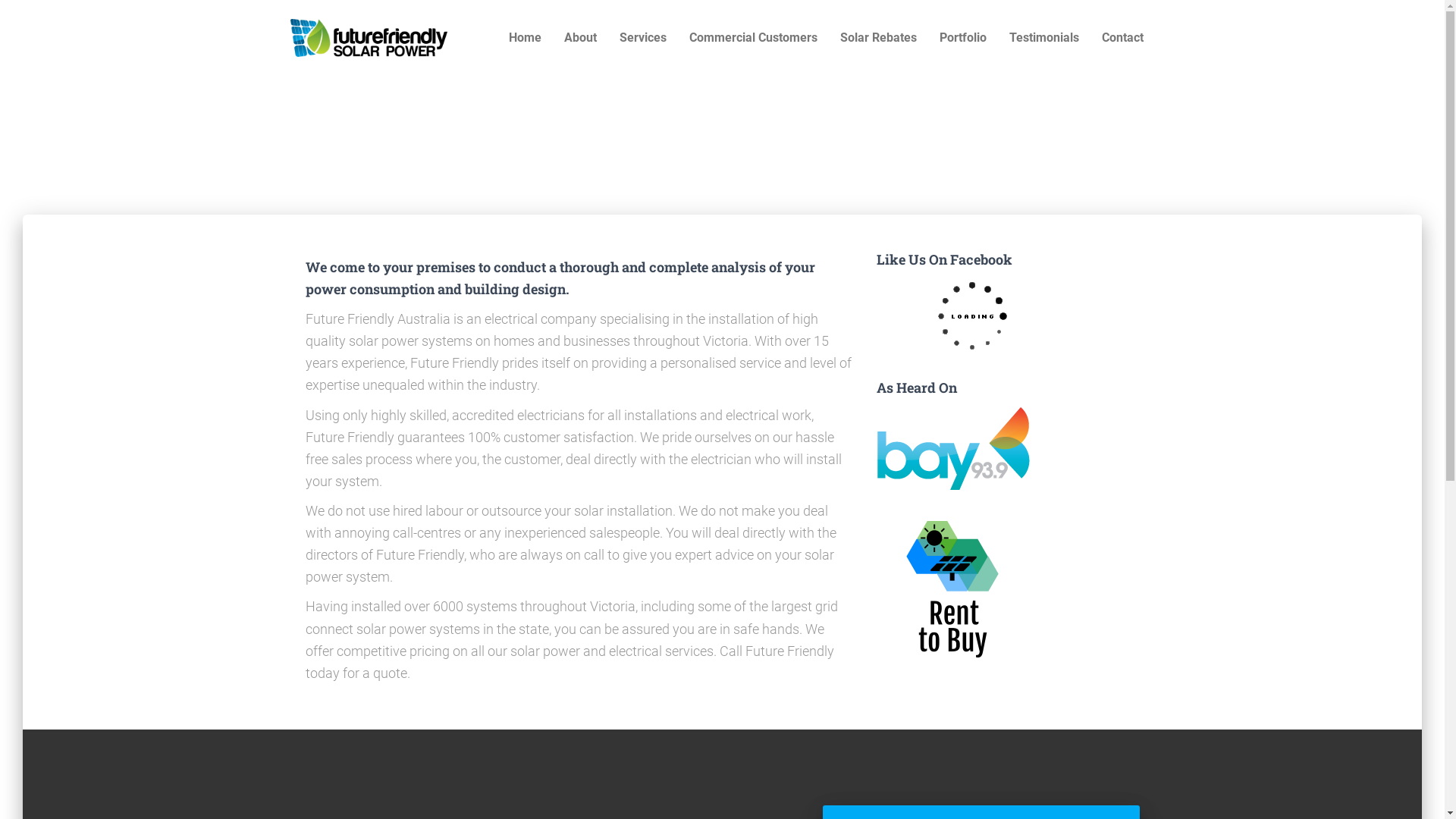  I want to click on 'Future Friendly', so click(279, 37).